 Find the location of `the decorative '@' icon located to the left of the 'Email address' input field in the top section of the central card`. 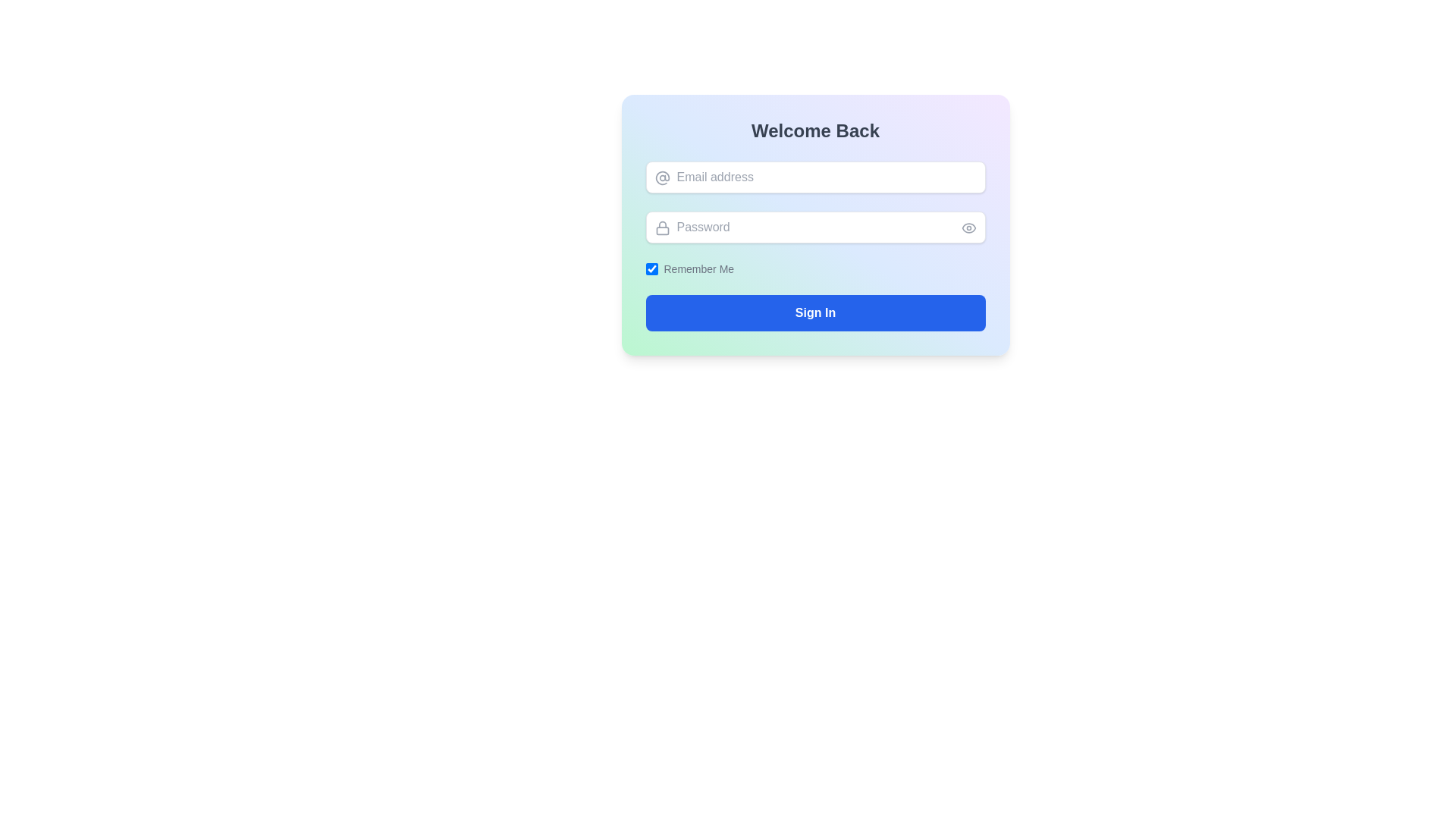

the decorative '@' icon located to the left of the 'Email address' input field in the top section of the central card is located at coordinates (662, 177).